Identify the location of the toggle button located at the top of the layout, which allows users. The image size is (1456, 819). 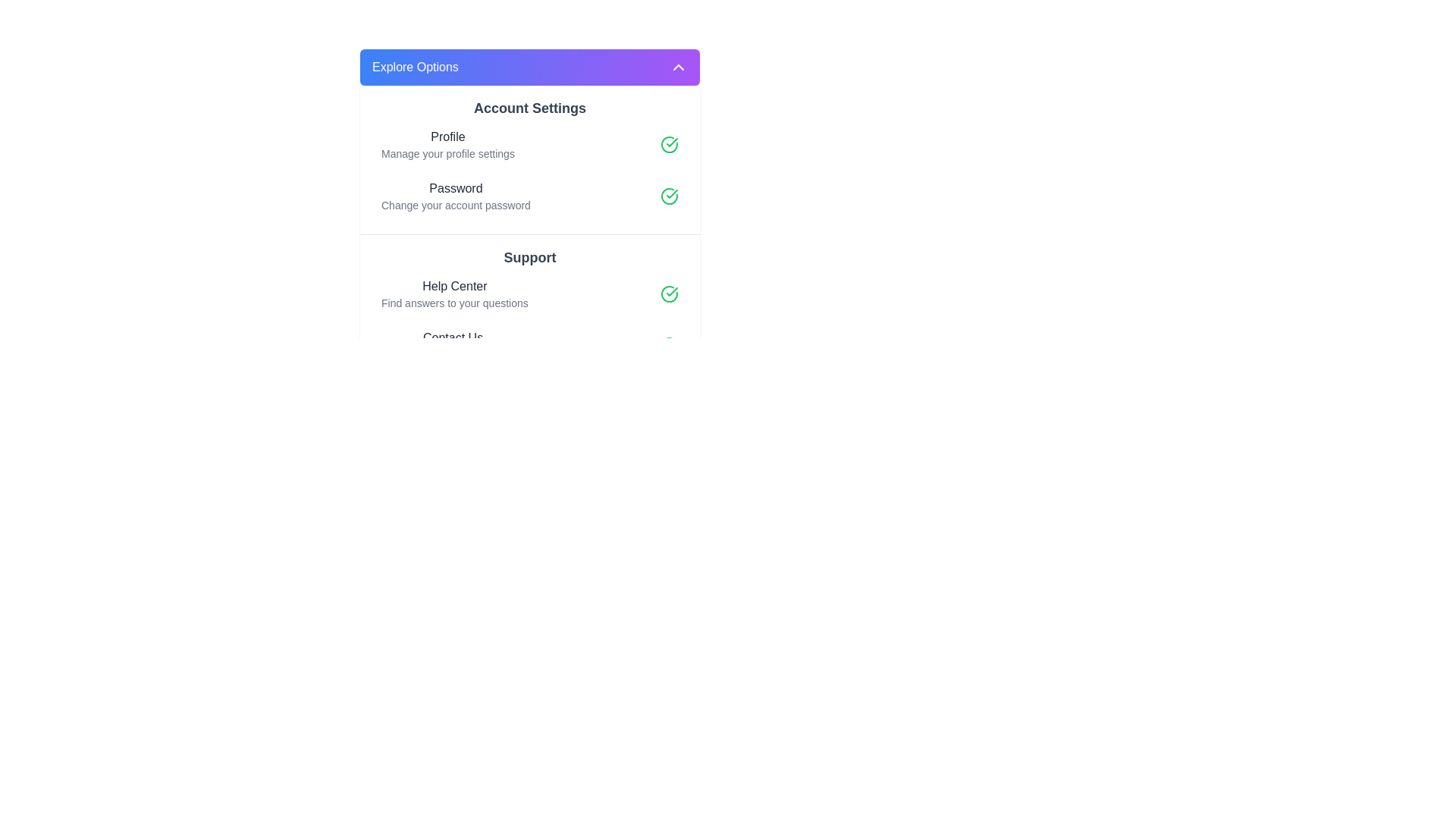
(530, 66).